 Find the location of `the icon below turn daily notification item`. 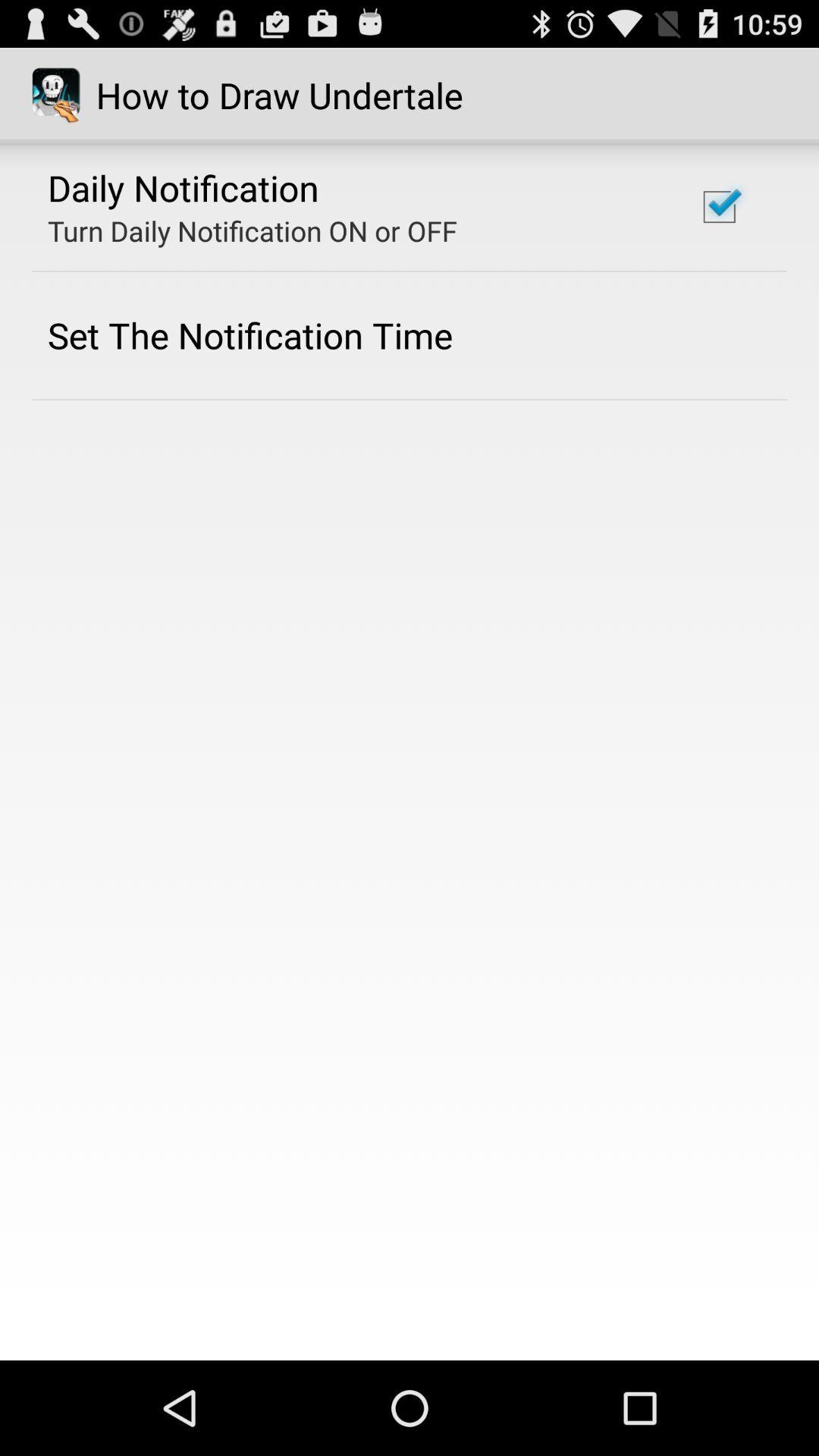

the icon below turn daily notification item is located at coordinates (249, 334).